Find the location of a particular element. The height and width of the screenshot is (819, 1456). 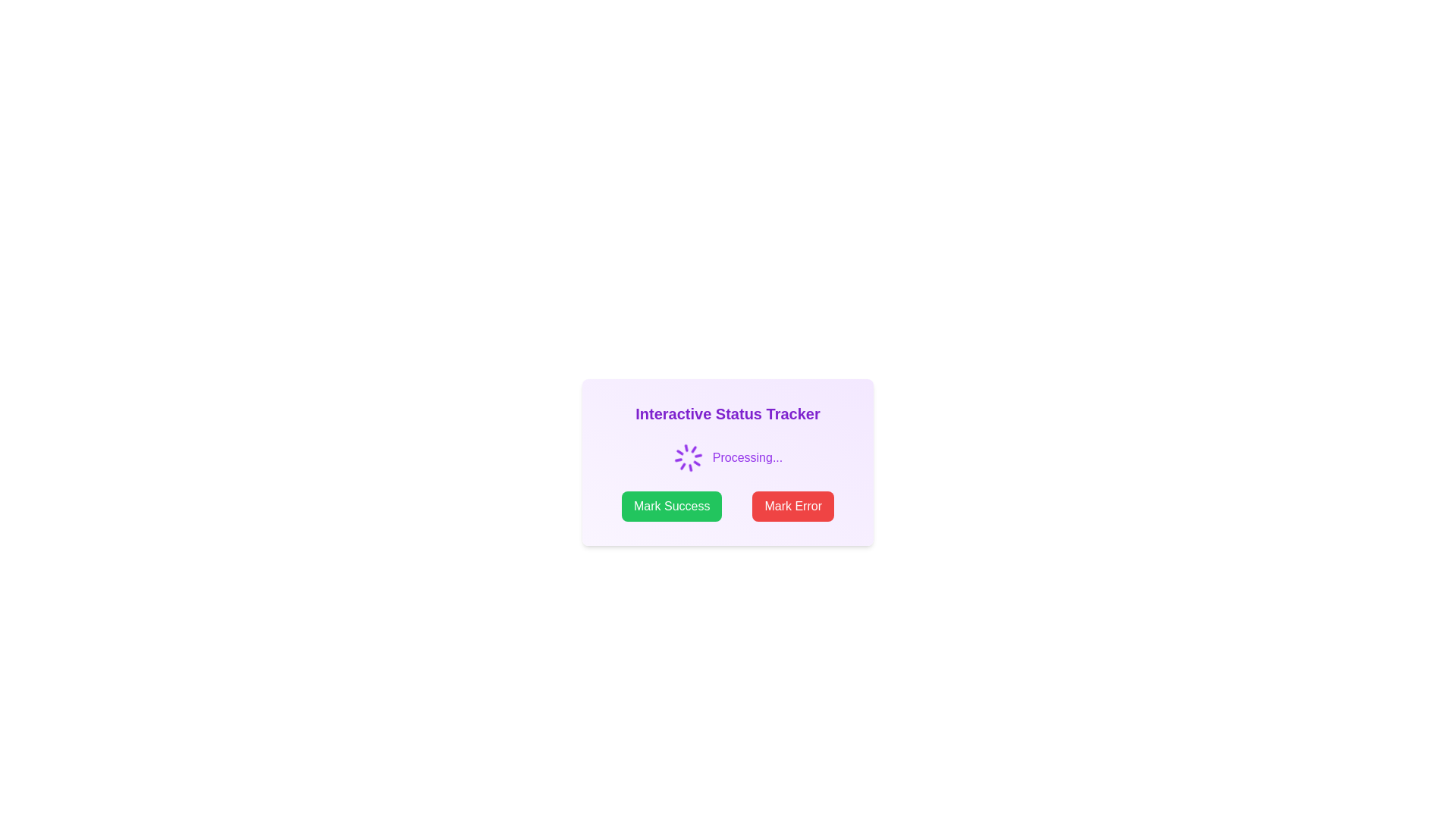

the static text label that serves as a status indicator, positioned to the right of a spinner icon in the bottom half of the interface is located at coordinates (747, 457).